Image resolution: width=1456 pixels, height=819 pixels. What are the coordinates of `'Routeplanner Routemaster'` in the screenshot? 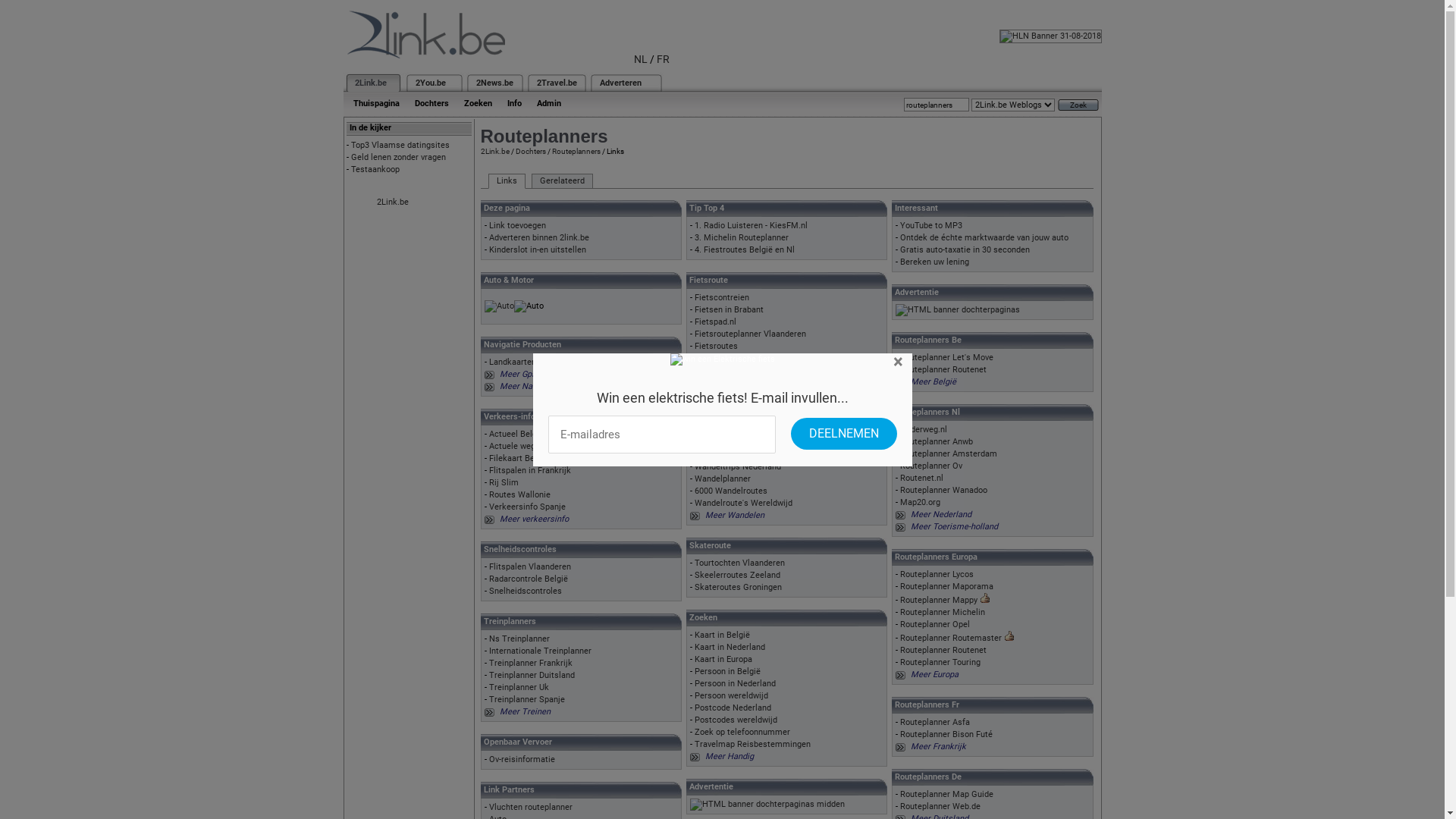 It's located at (949, 638).